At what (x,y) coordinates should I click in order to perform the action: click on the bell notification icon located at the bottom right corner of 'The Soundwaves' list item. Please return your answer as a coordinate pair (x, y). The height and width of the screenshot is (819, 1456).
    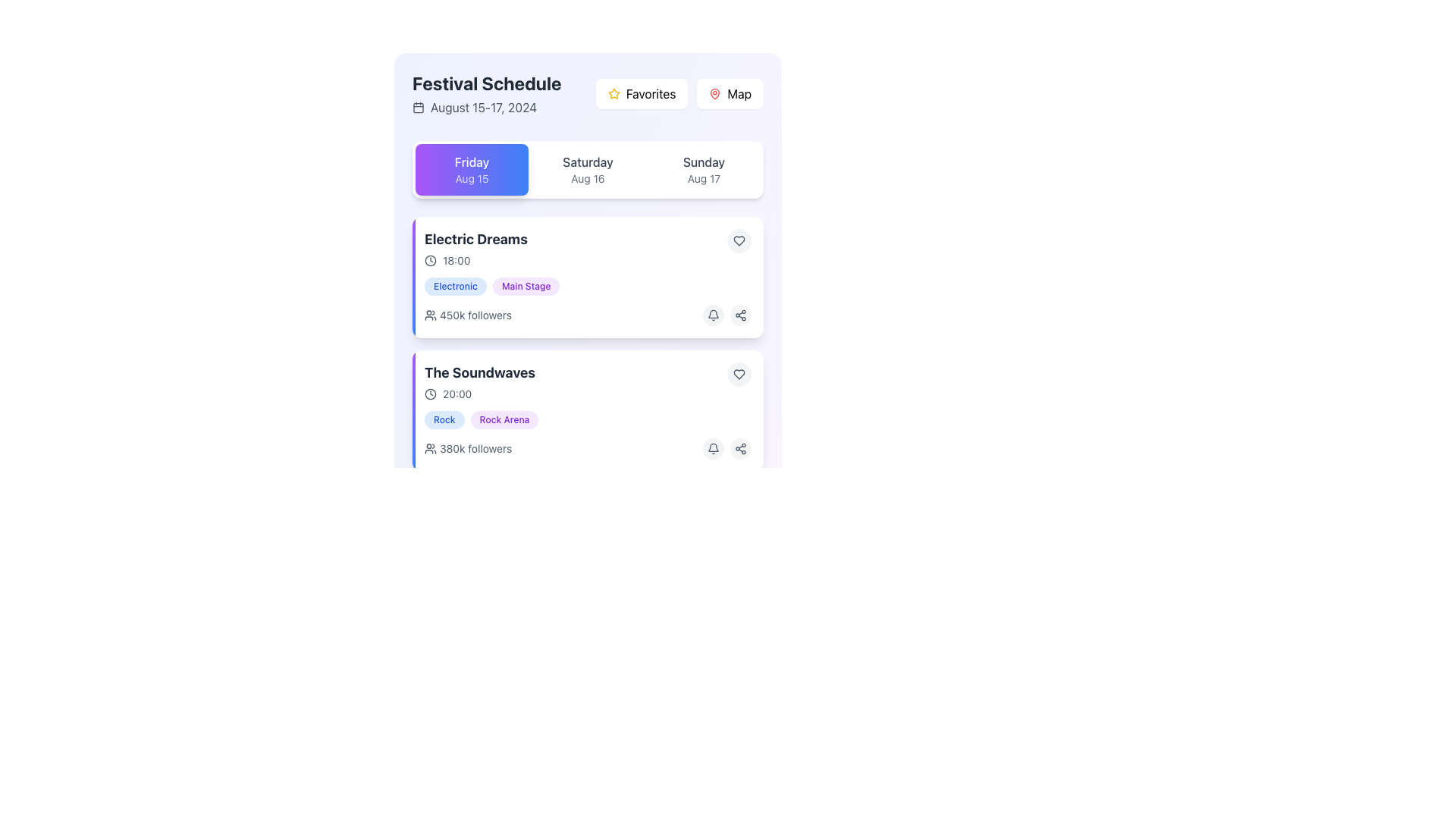
    Looking at the image, I should click on (712, 315).